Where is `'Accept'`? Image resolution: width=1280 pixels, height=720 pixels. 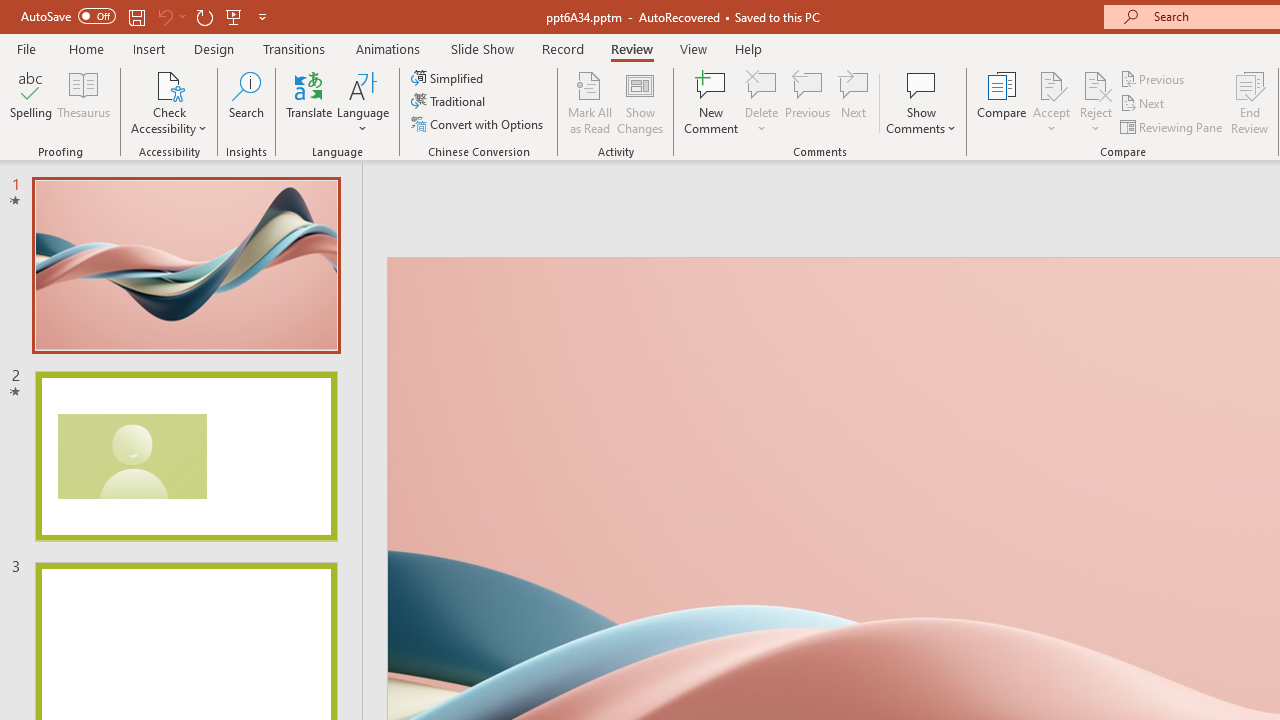 'Accept' is located at coordinates (1050, 103).